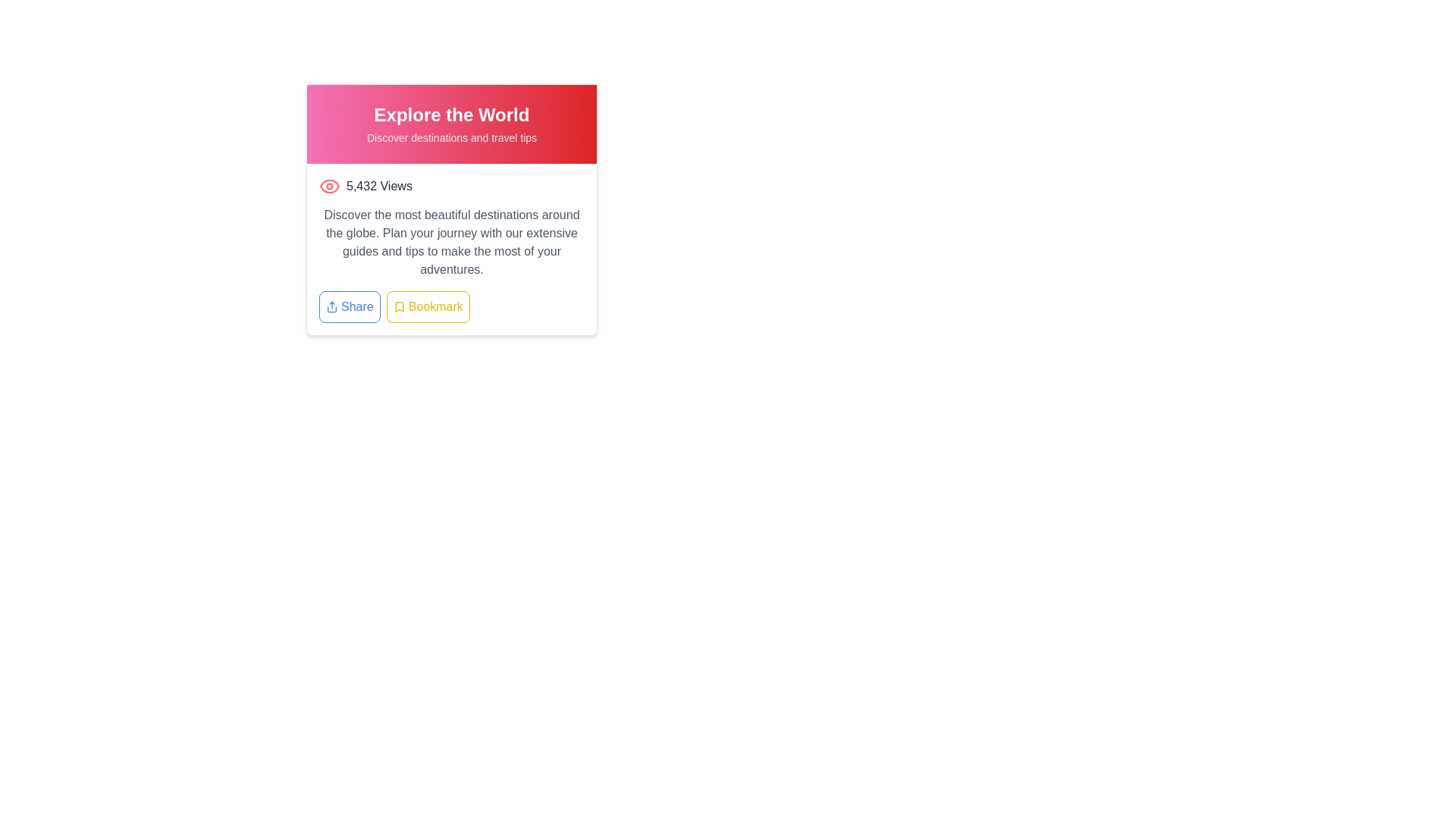 Image resolution: width=1456 pixels, height=819 pixels. Describe the element at coordinates (379, 186) in the screenshot. I see `the static text displaying view count '5,432 Views', which is bold and dark gray, located to the right of an eye icon` at that location.